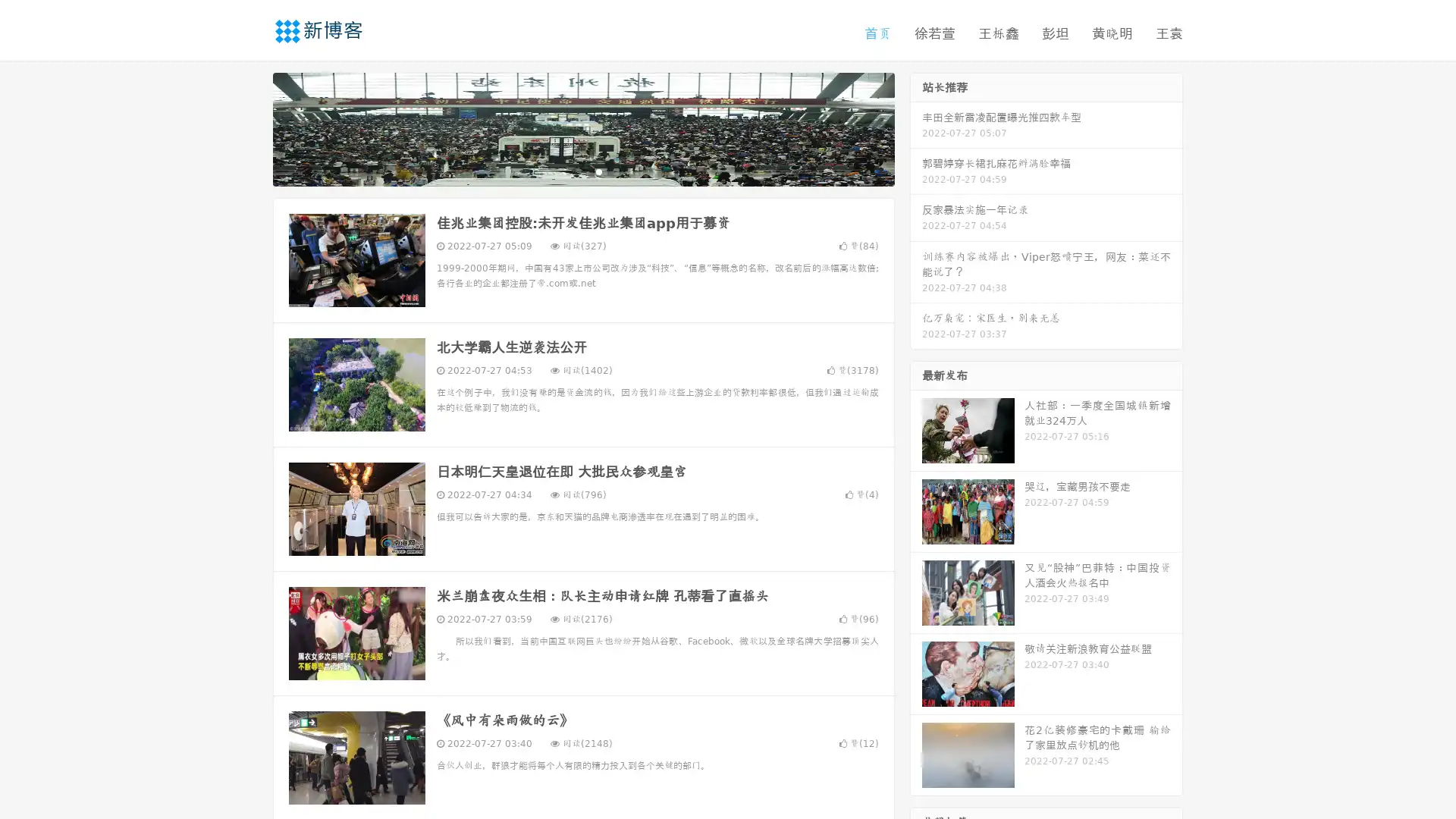  I want to click on Go to slide 1, so click(567, 171).